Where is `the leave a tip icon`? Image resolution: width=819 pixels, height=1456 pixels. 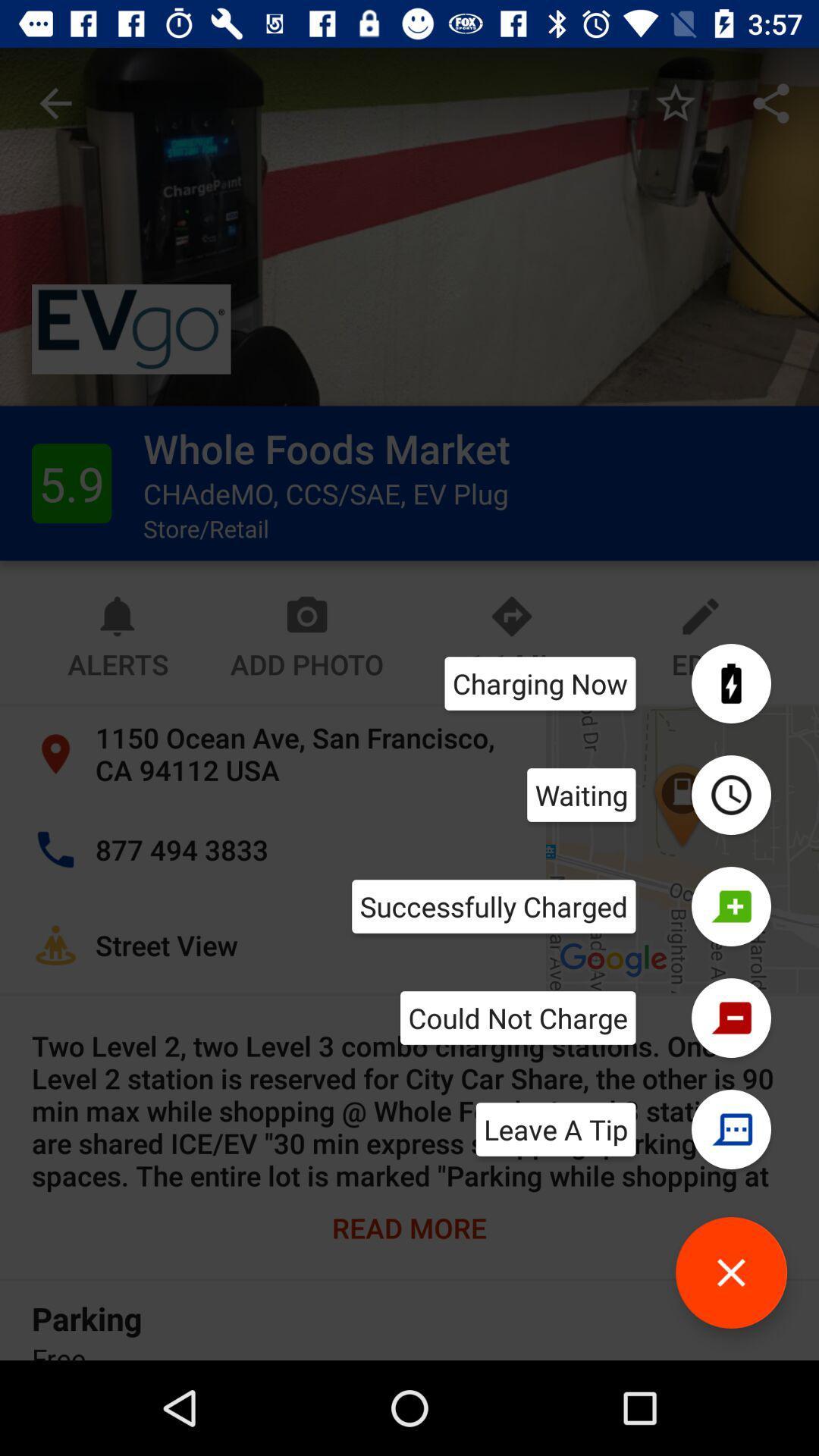 the leave a tip icon is located at coordinates (556, 1129).